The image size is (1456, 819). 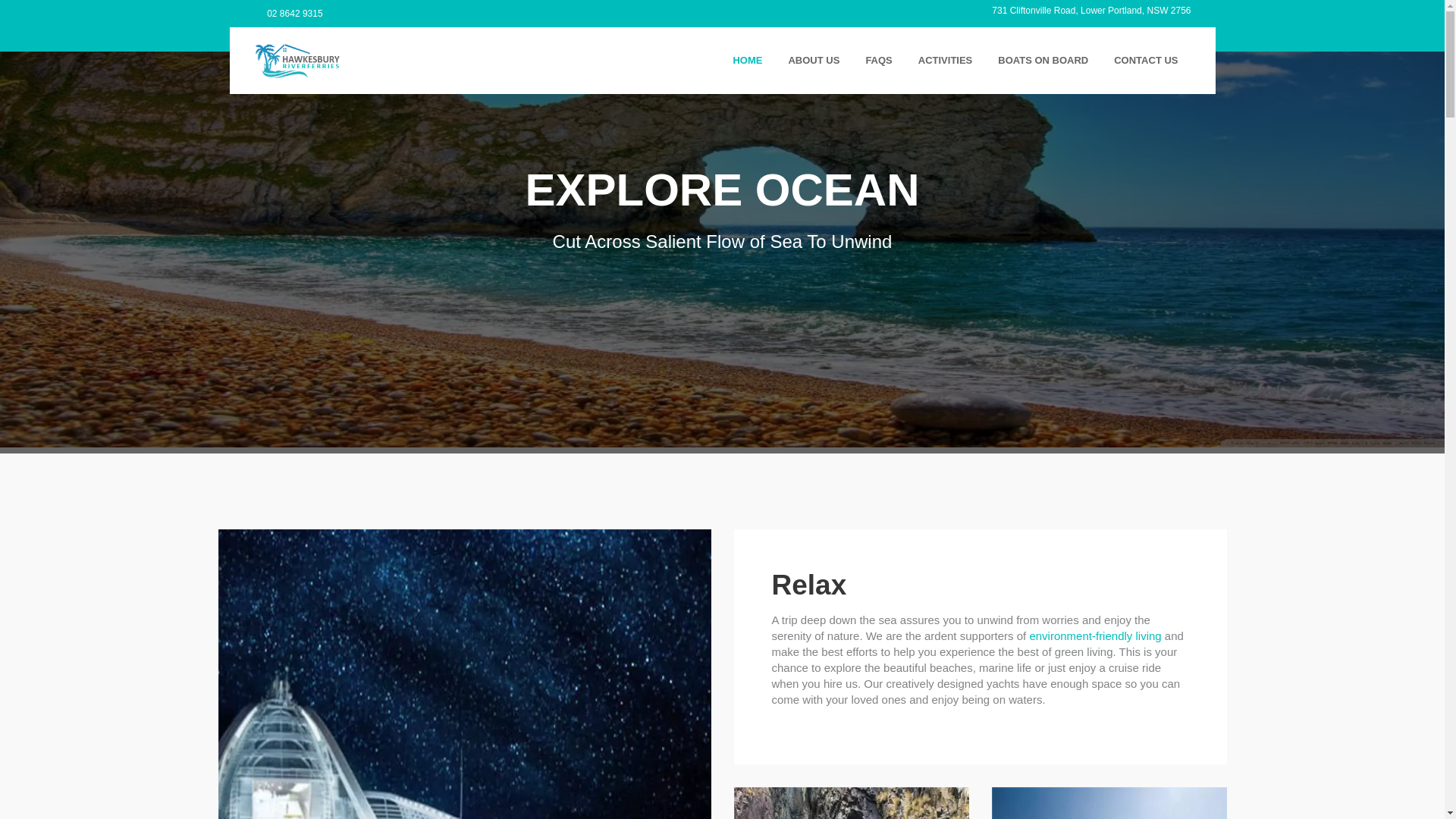 I want to click on 'HOME', so click(x=747, y=60).